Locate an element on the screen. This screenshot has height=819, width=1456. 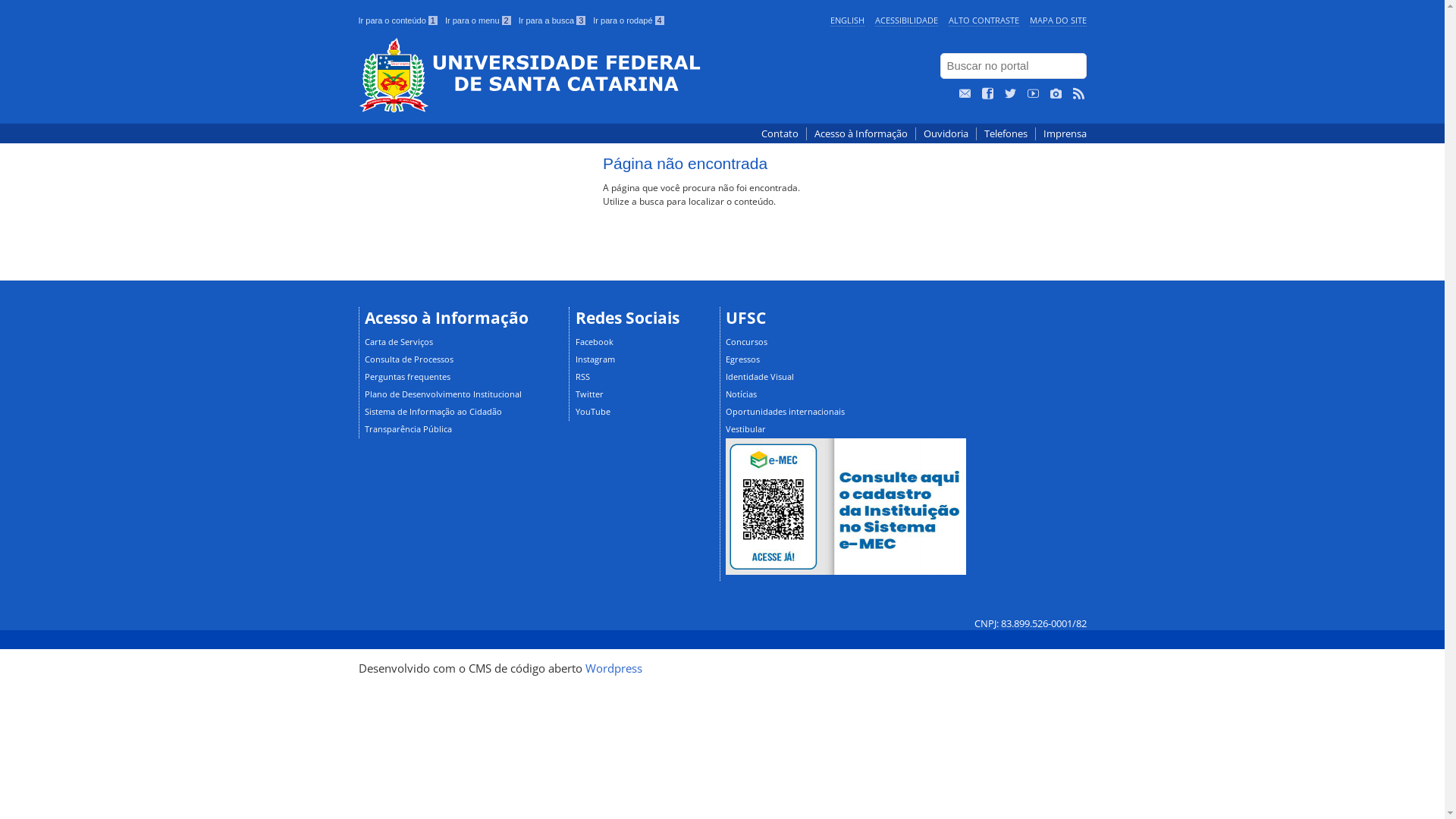
'Vestibular' is located at coordinates (745, 428).